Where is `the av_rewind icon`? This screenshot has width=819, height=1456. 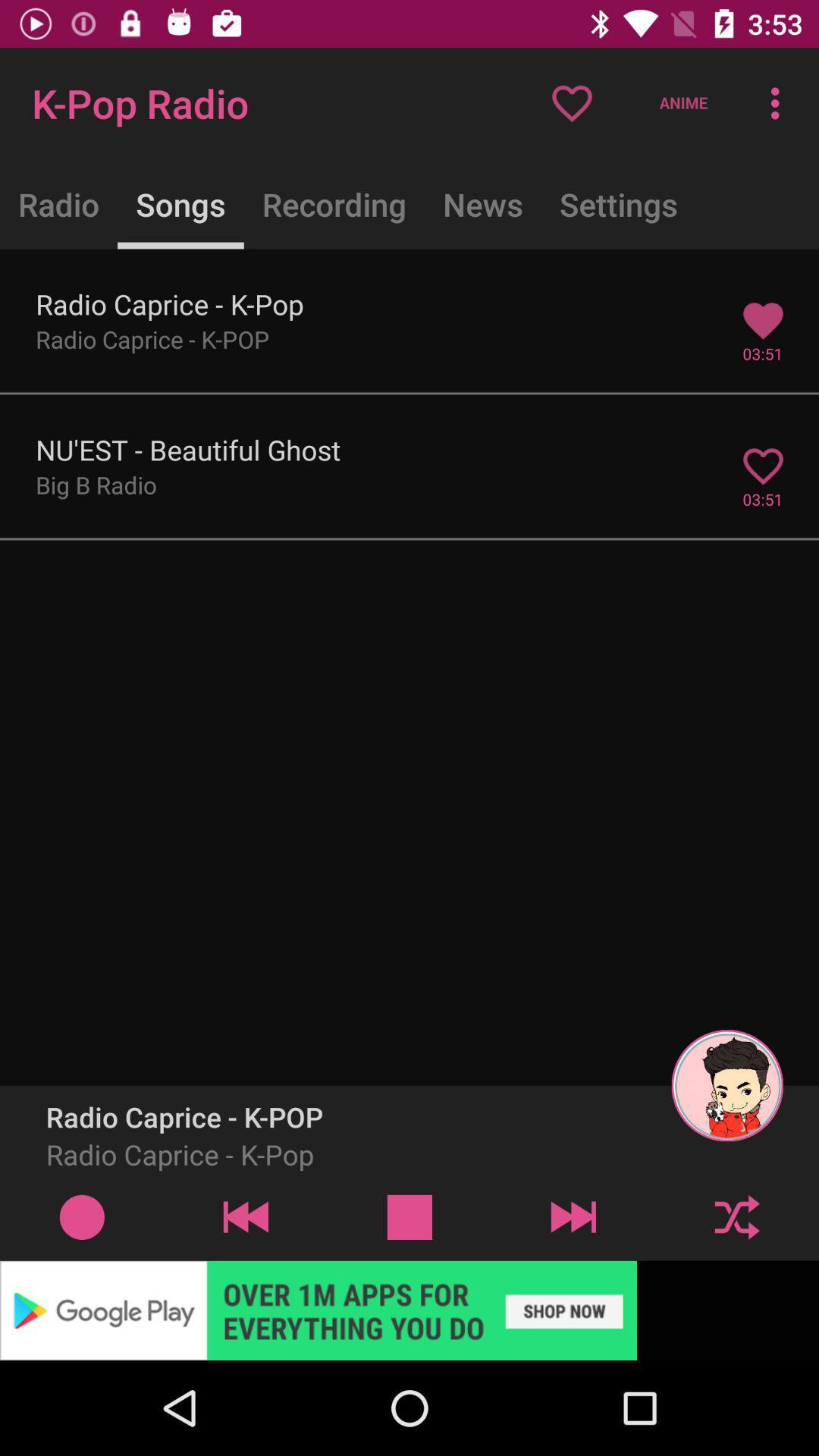
the av_rewind icon is located at coordinates (245, 1216).